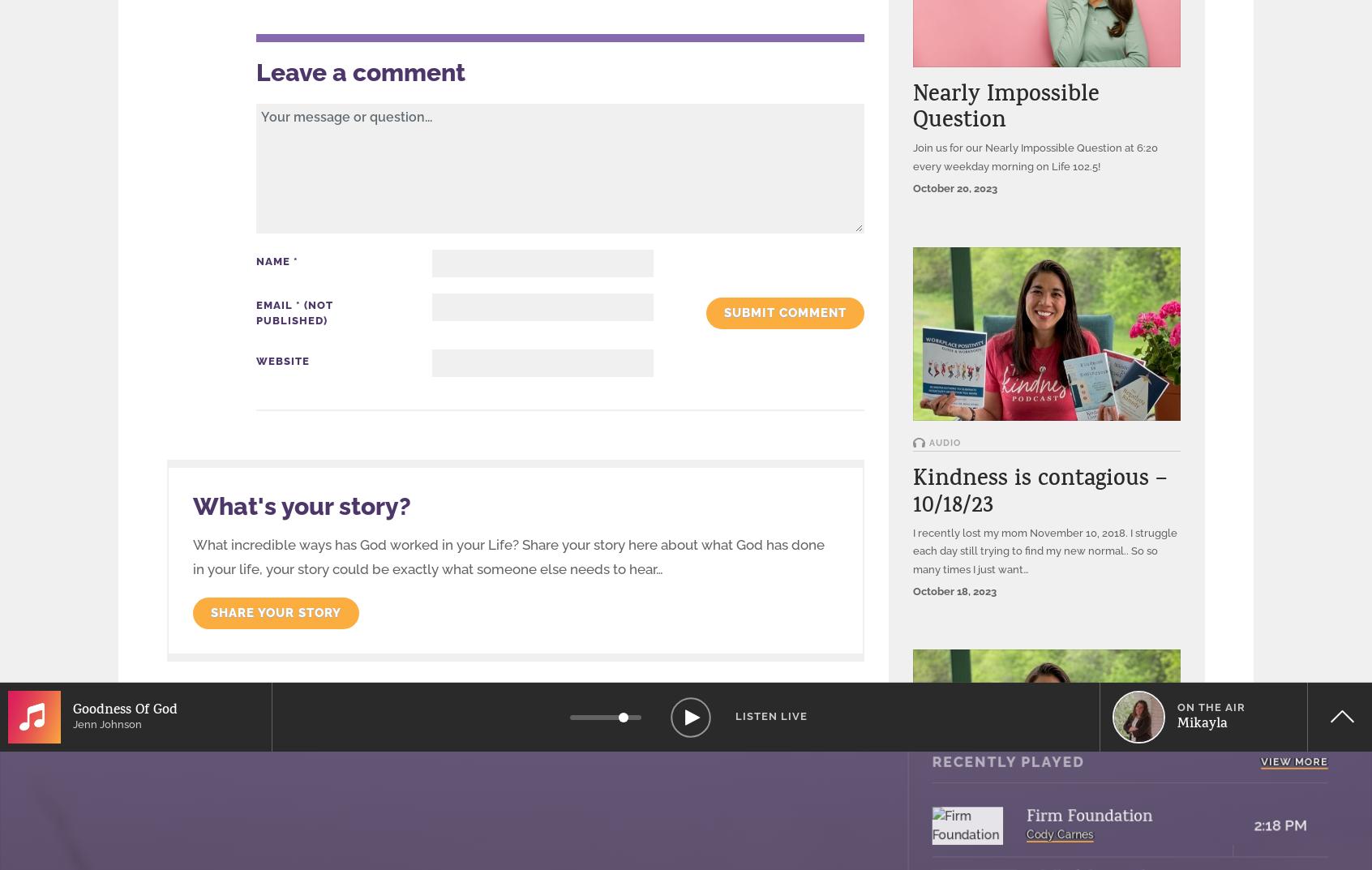 This screenshot has height=870, width=1372. I want to click on 'Leave a comment', so click(359, 72).